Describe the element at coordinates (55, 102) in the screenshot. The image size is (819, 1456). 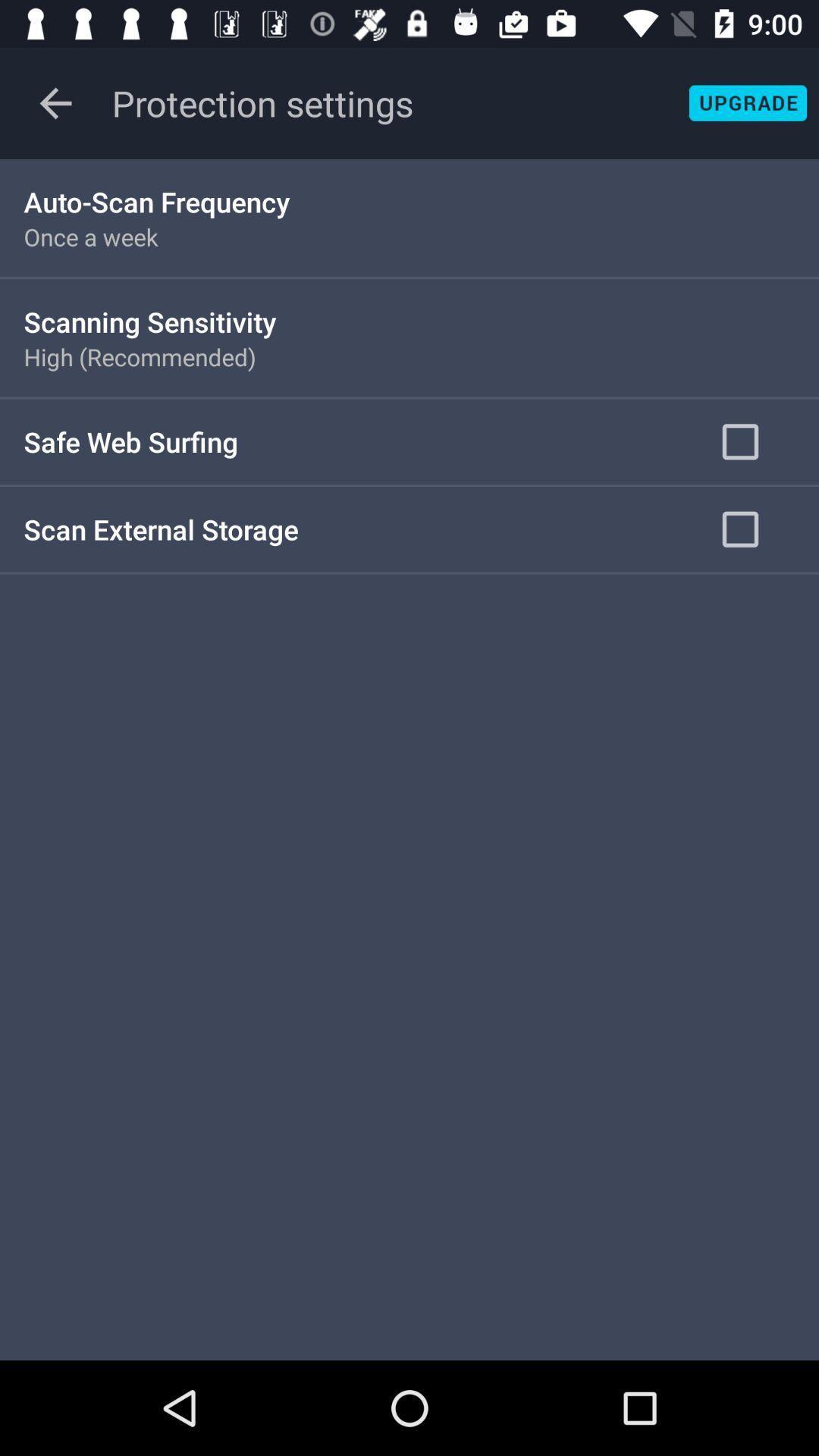
I see `go back` at that location.